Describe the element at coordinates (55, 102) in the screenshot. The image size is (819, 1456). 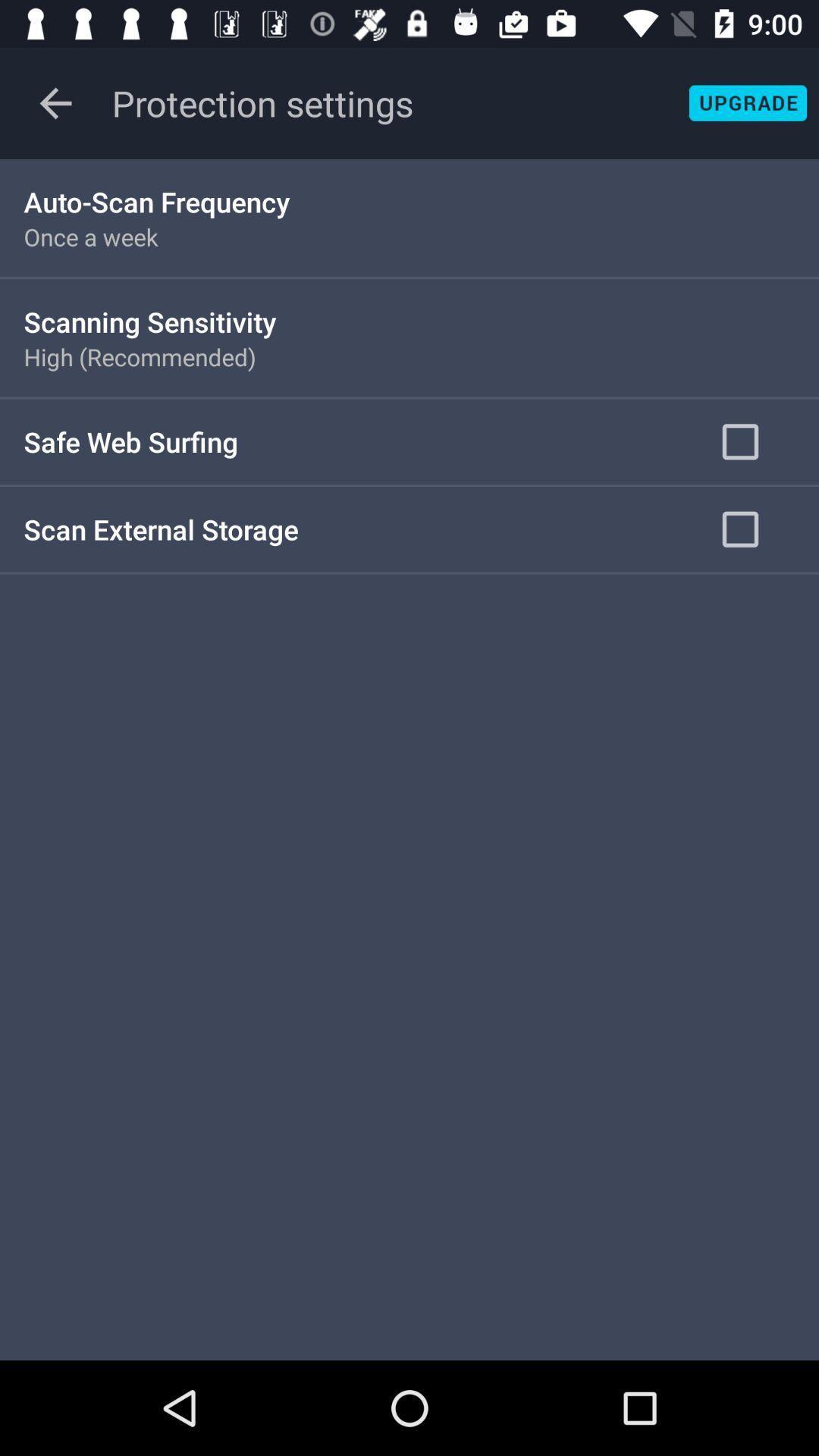
I see `go back` at that location.